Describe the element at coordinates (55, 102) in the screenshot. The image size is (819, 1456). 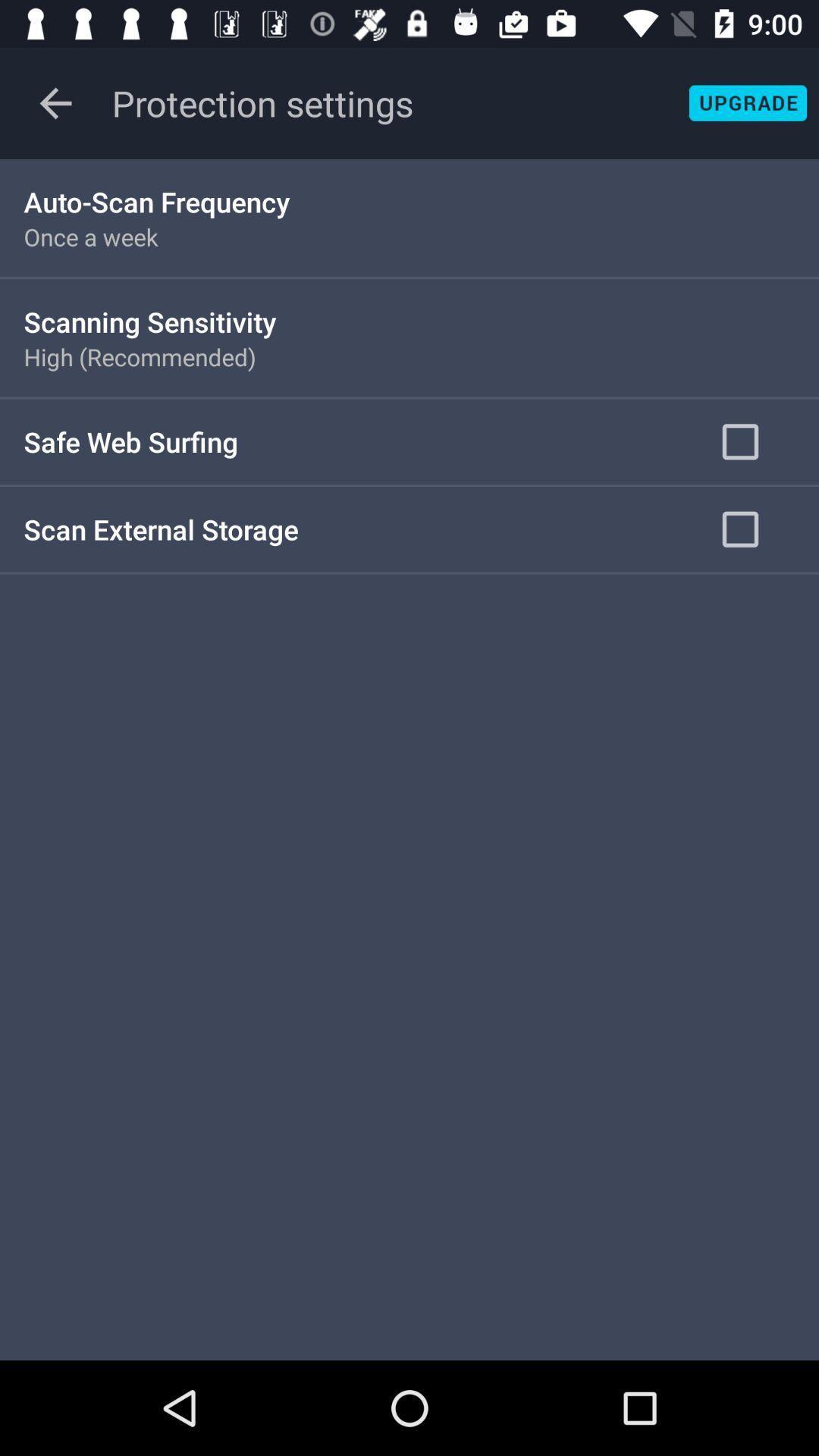
I see `go back` at that location.